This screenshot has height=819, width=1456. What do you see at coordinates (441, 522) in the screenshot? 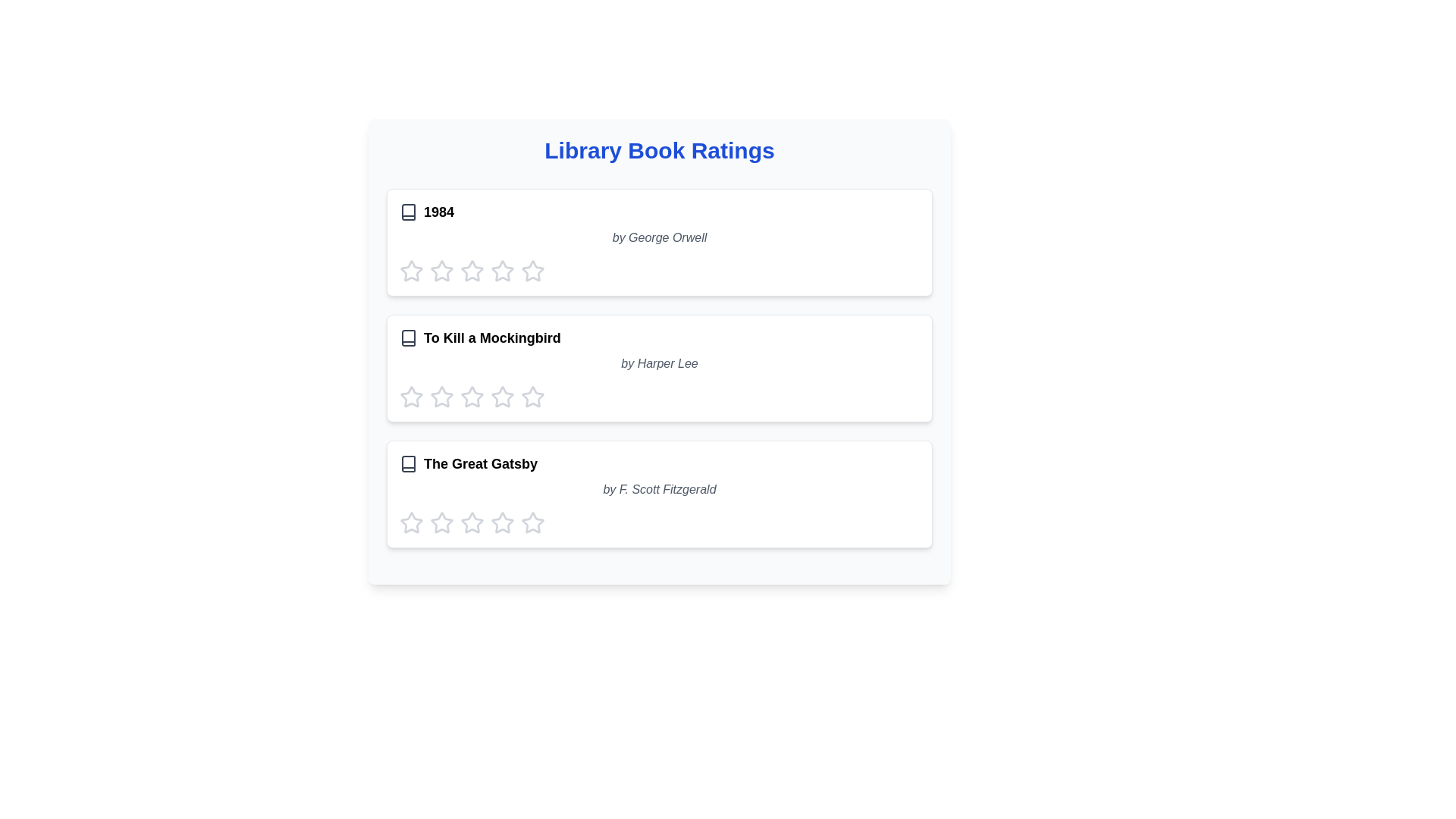
I see `the first star button in the rating system under the book titled 'The Great Gatsby' to rate it` at bounding box center [441, 522].